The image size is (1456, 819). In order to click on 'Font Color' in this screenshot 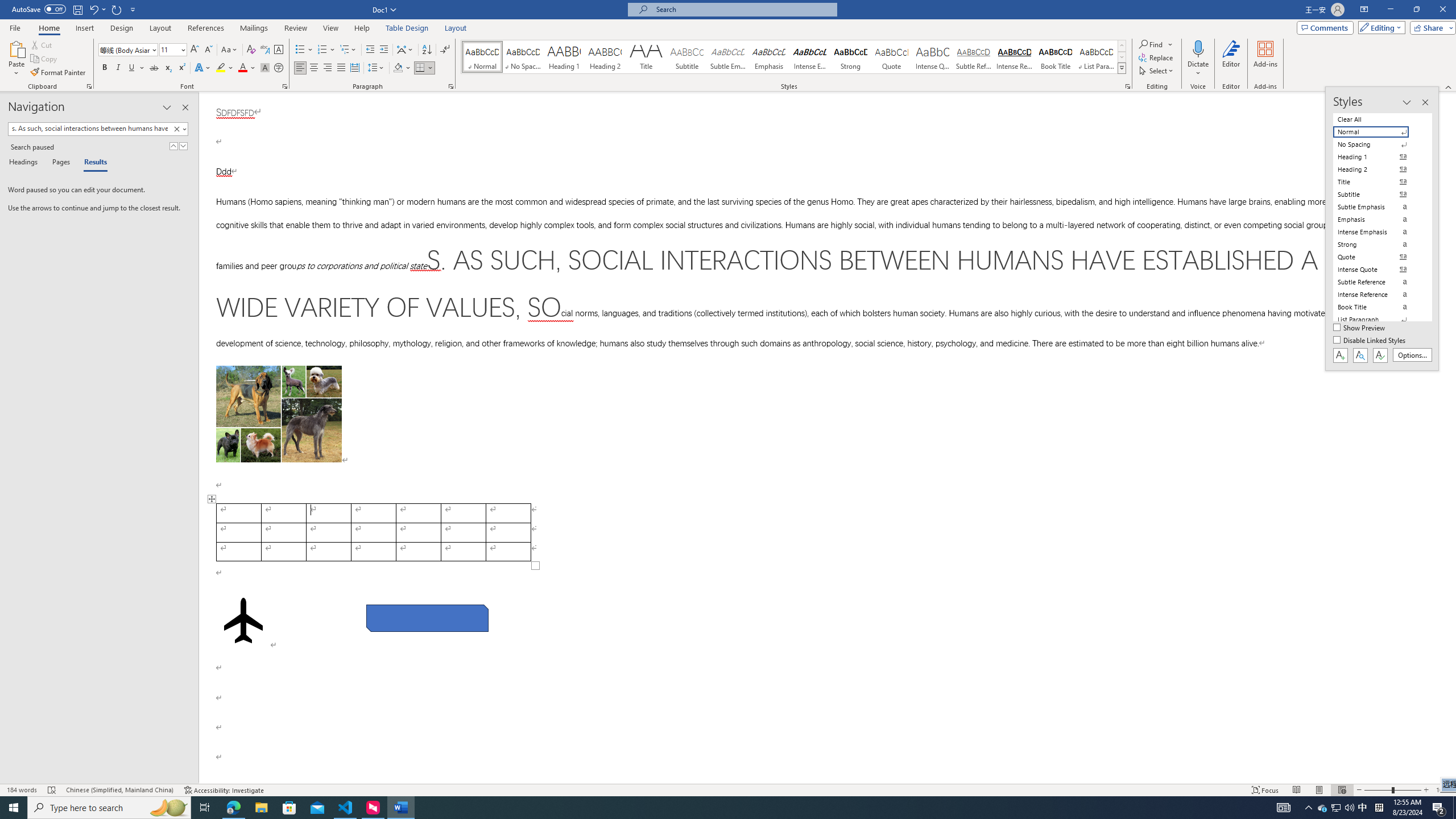, I will do `click(246, 67)`.